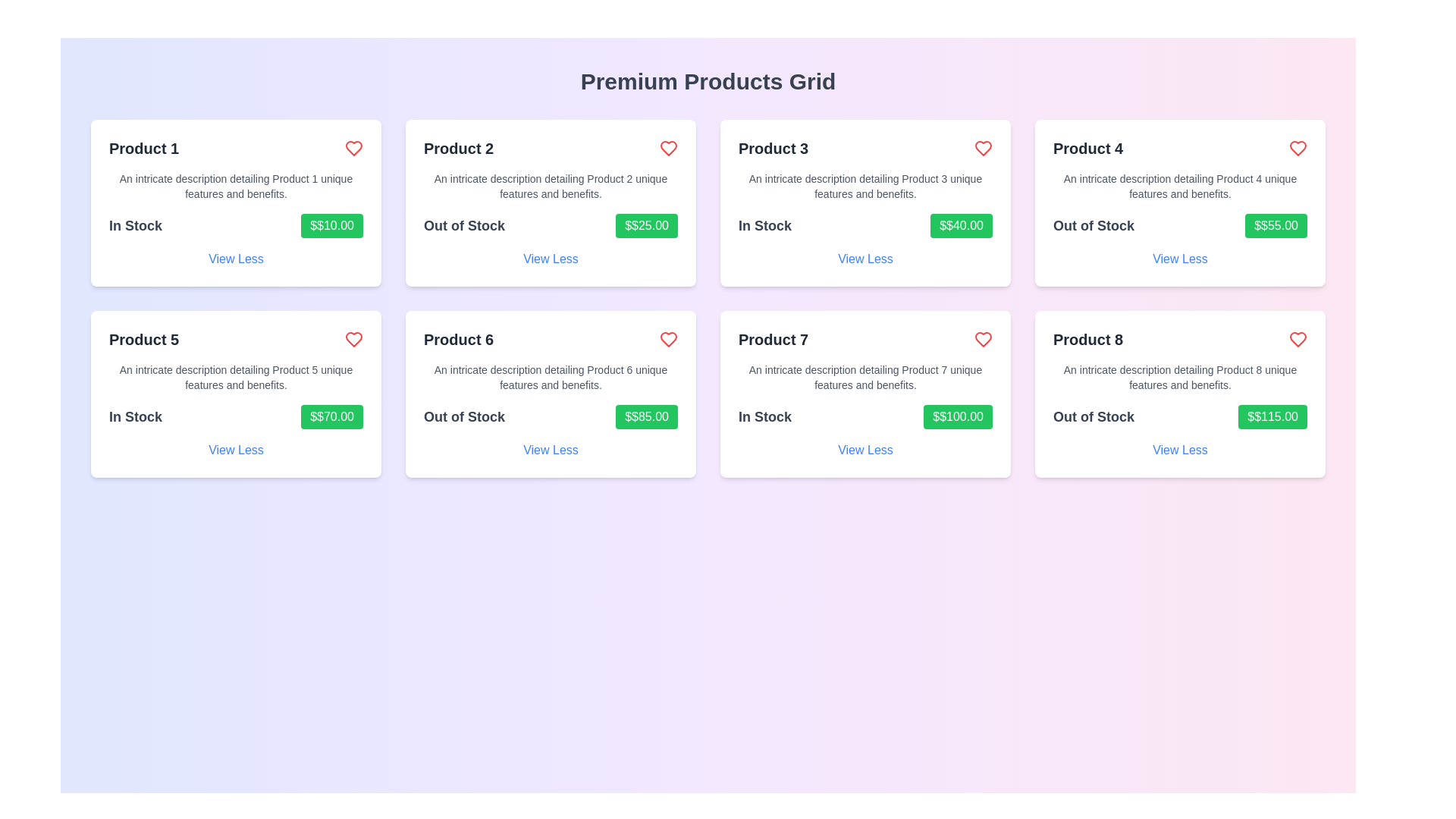  I want to click on the rectangular button displaying the text '$$100.00' with a green background in the 'Product 7' card to observe the hover effect, so click(957, 417).